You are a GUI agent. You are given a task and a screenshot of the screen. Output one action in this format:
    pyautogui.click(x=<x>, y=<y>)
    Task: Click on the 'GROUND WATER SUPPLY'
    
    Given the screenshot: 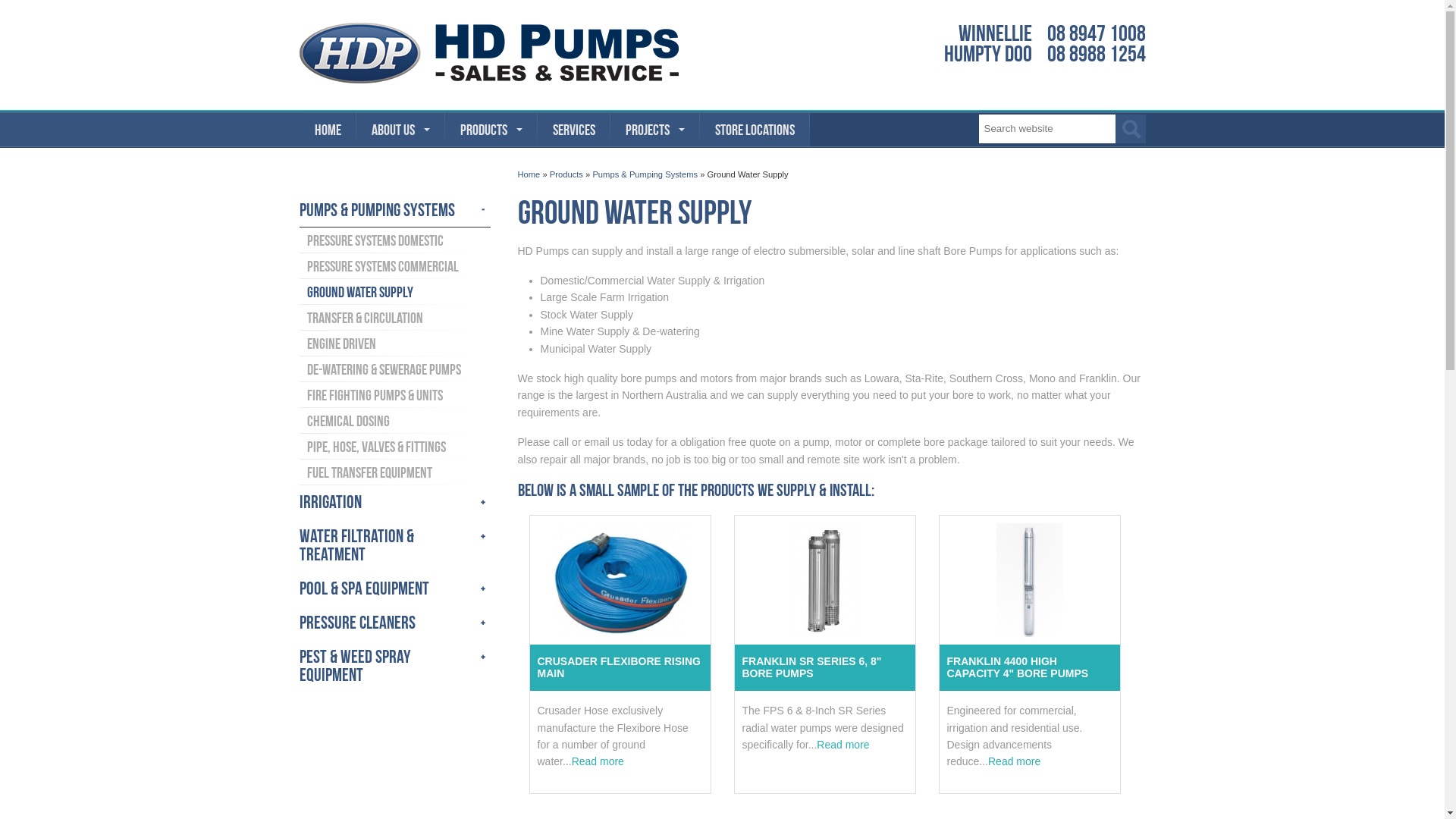 What is the action you would take?
    pyautogui.click(x=394, y=292)
    